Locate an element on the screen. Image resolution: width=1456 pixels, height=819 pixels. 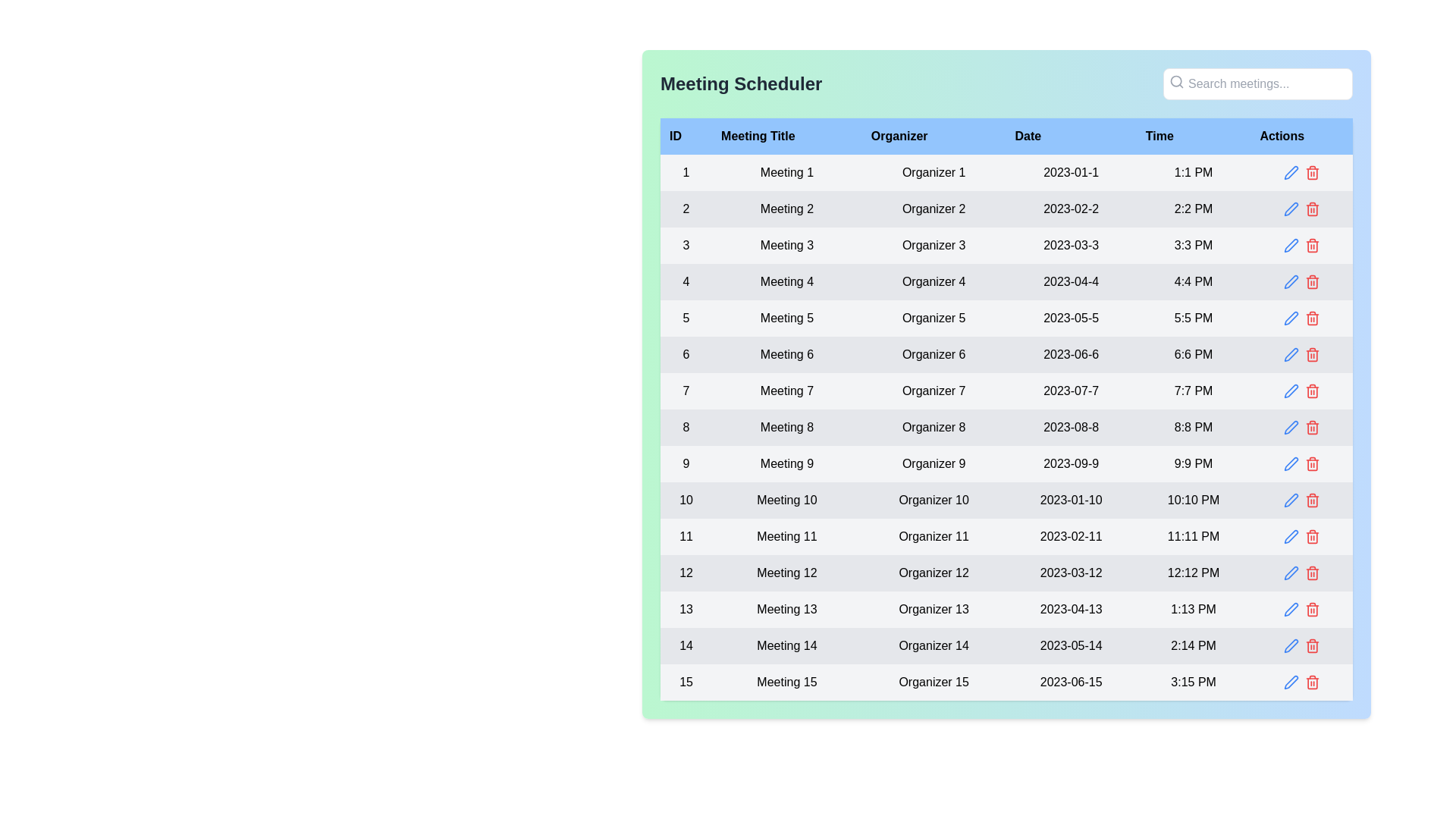
the grouped interactive icons in the action column of the 'Meeting 4' entry is located at coordinates (1301, 281).